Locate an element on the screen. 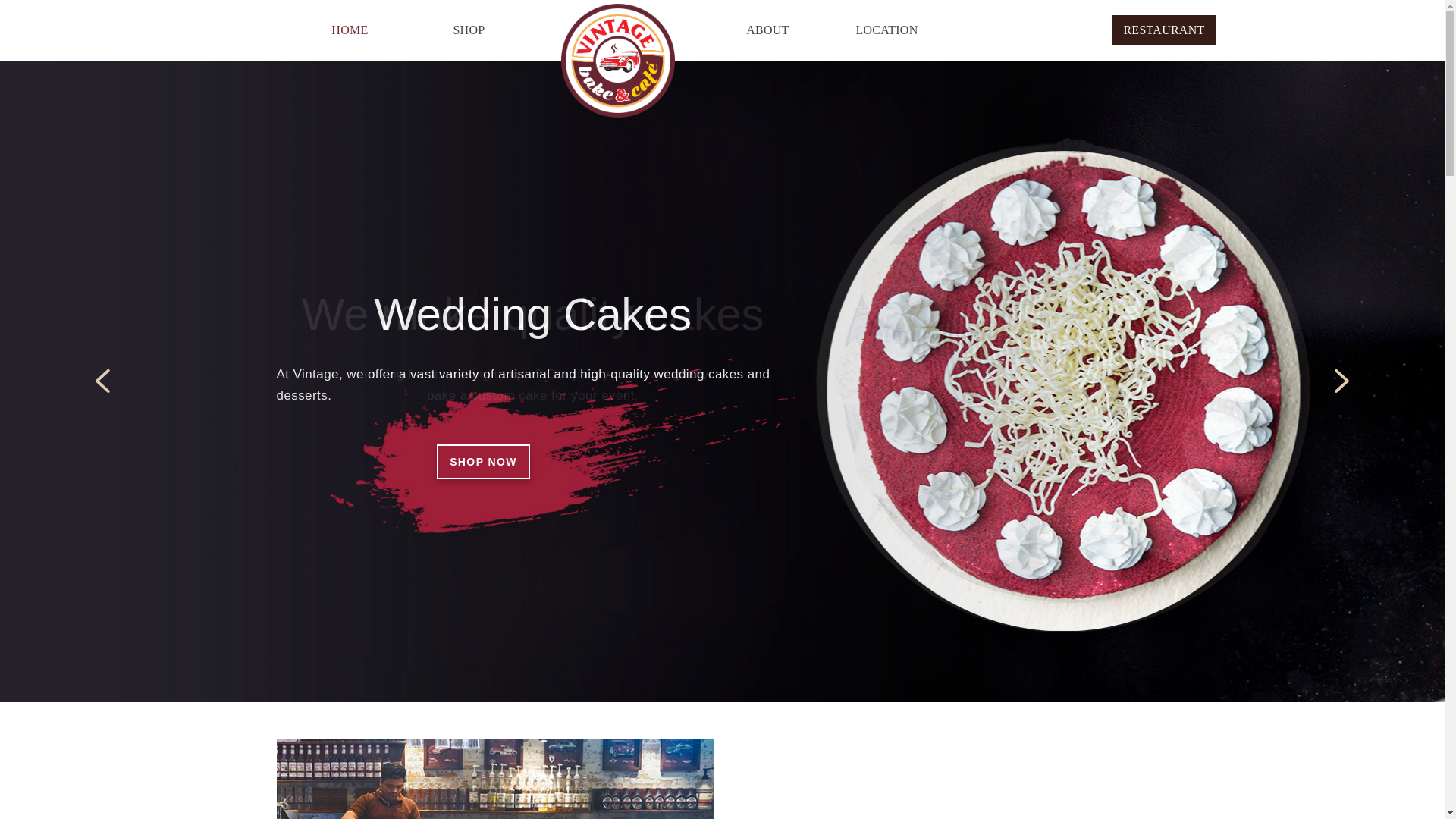 This screenshot has height=819, width=1456. 'SHOP NOW' is located at coordinates (482, 461).